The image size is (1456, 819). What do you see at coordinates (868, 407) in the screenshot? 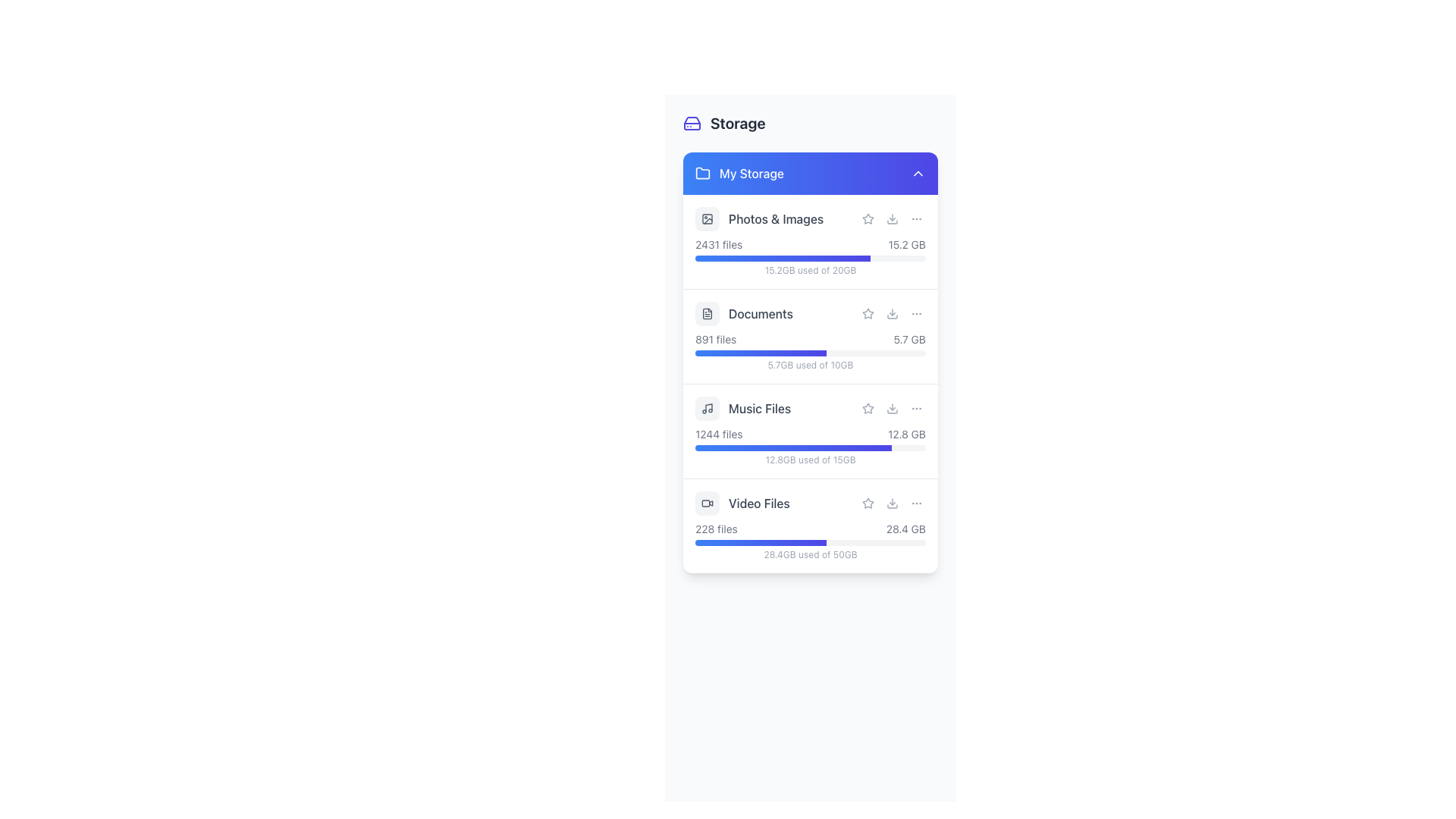
I see `the star icon located in the 'Music Files' section of the 'My Storage' panel` at bounding box center [868, 407].